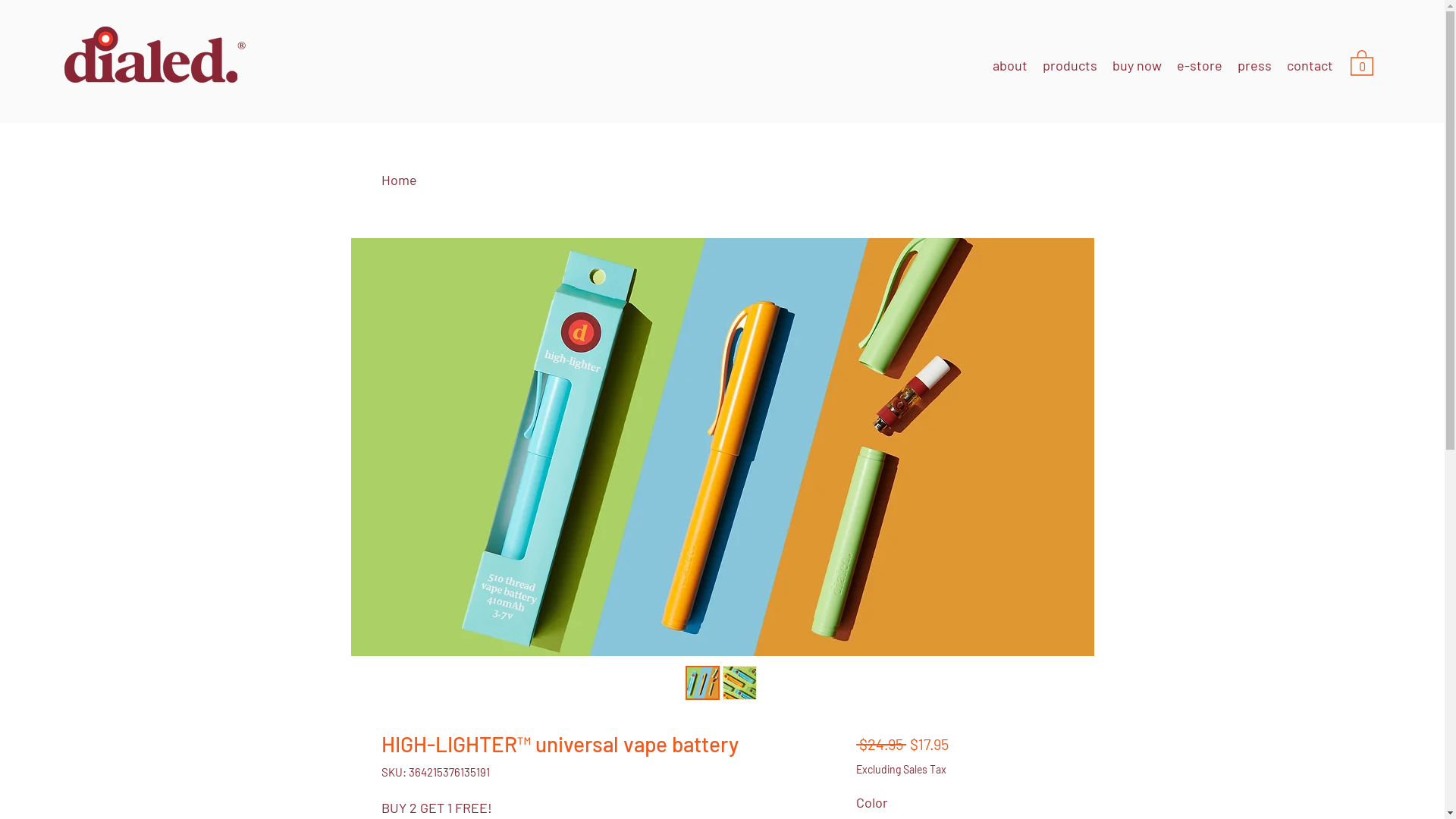 The height and width of the screenshot is (819, 1456). What do you see at coordinates (381, 178) in the screenshot?
I see `'Home'` at bounding box center [381, 178].